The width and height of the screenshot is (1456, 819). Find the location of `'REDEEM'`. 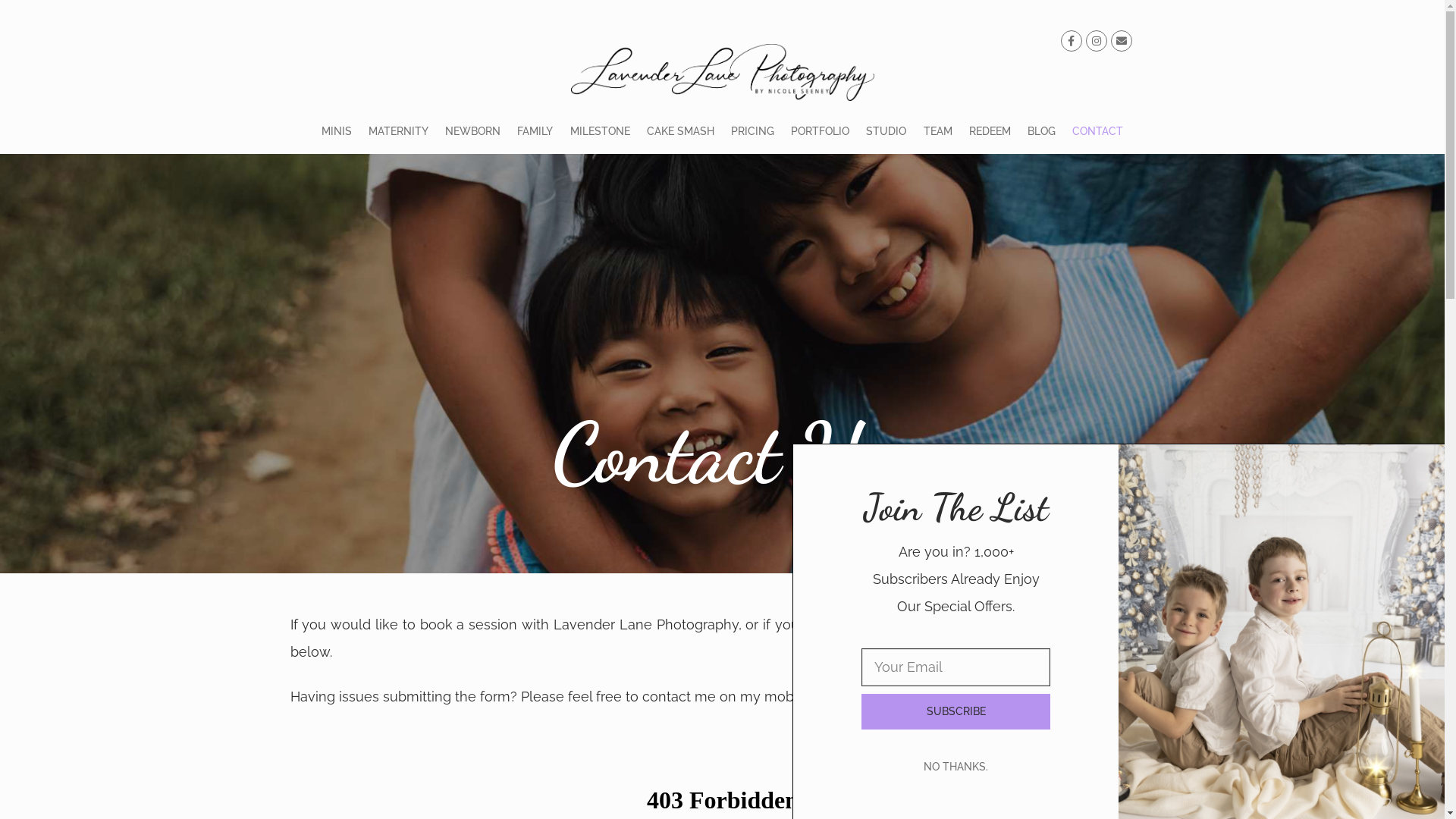

'REDEEM' is located at coordinates (990, 130).